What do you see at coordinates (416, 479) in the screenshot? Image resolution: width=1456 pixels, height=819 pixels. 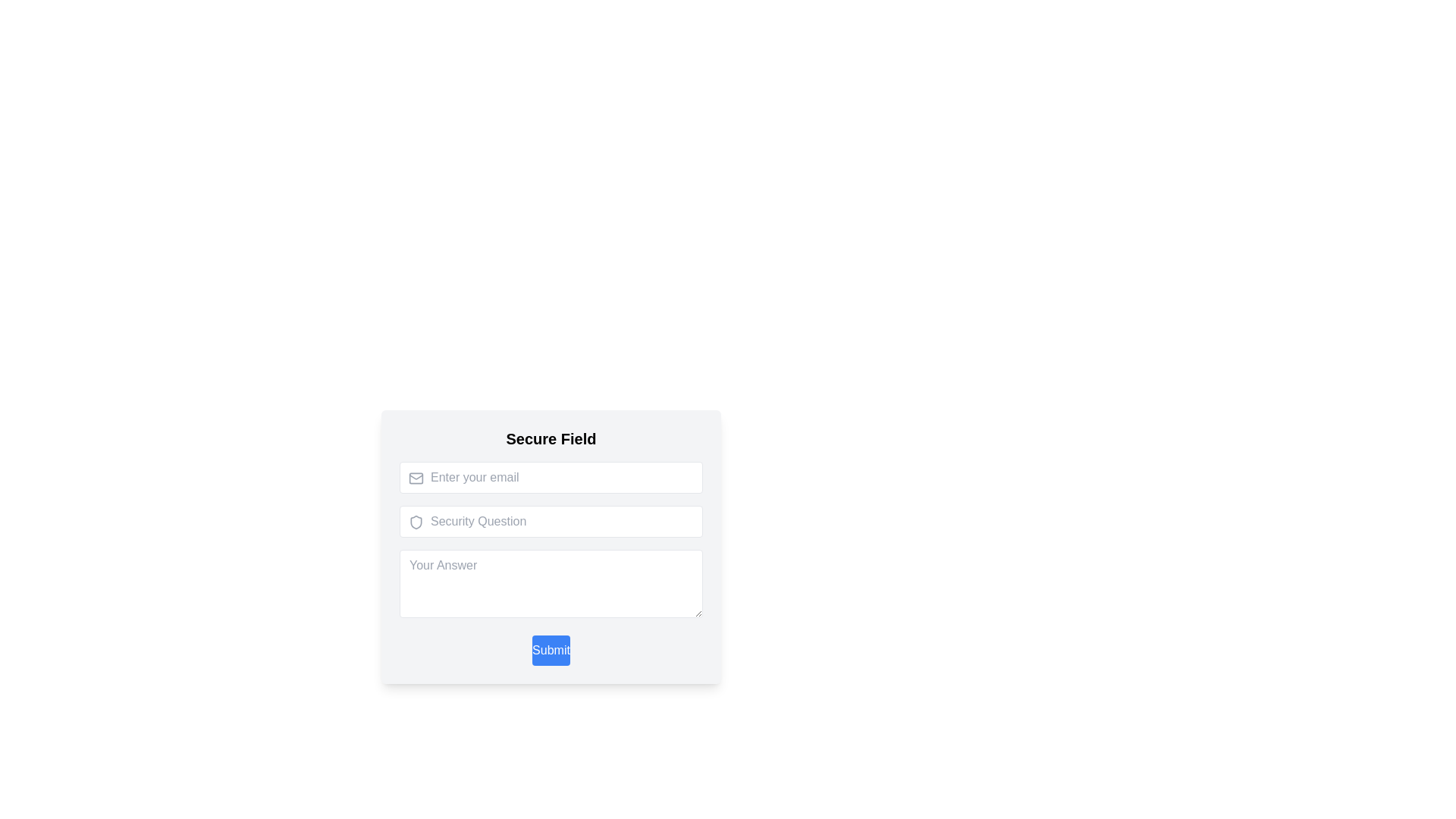 I see `the email address icon embedded within the left side of the 'Enter your email' input field` at bounding box center [416, 479].